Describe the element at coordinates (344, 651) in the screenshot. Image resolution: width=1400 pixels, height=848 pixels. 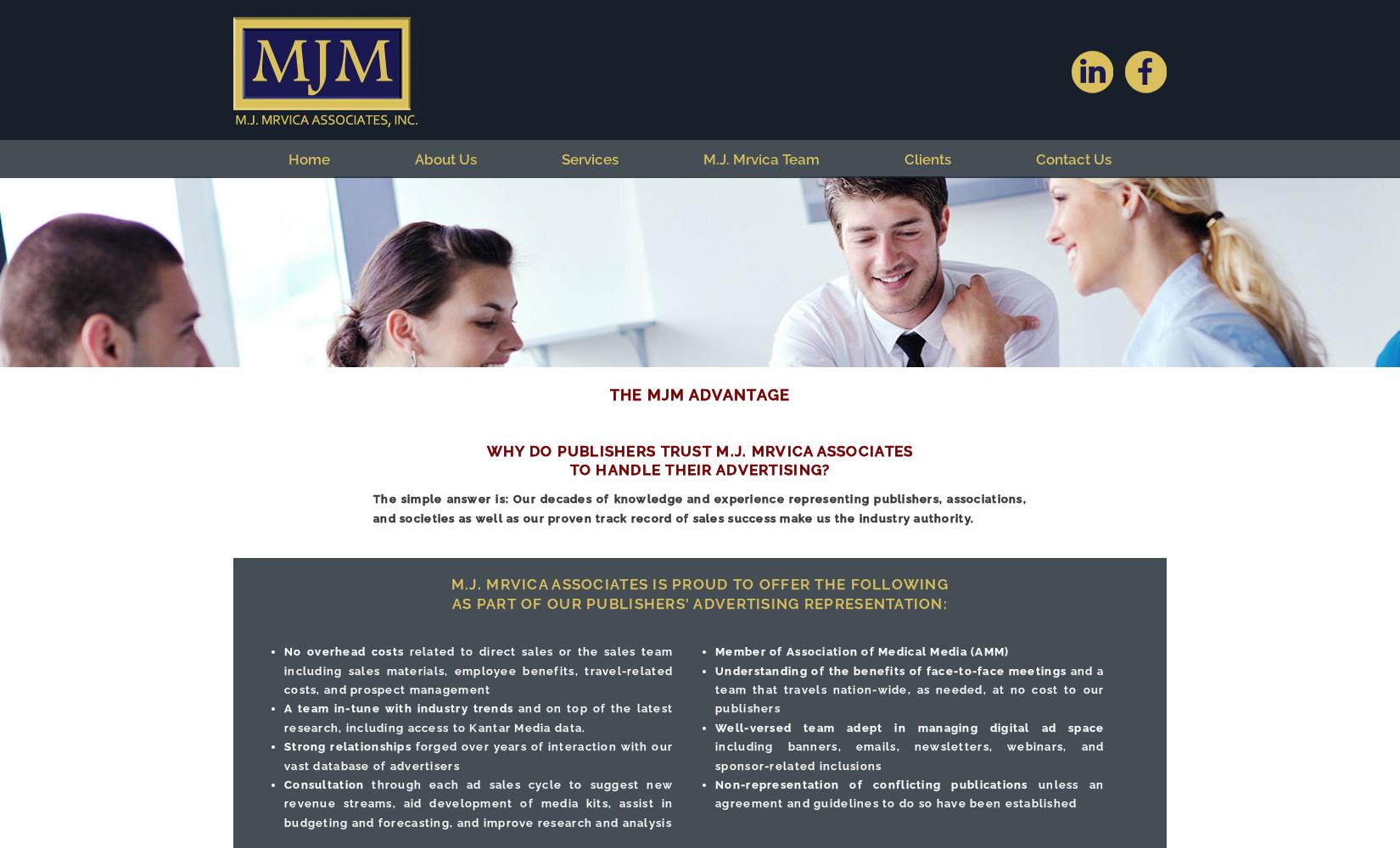
I see `'No  overhead costs'` at that location.